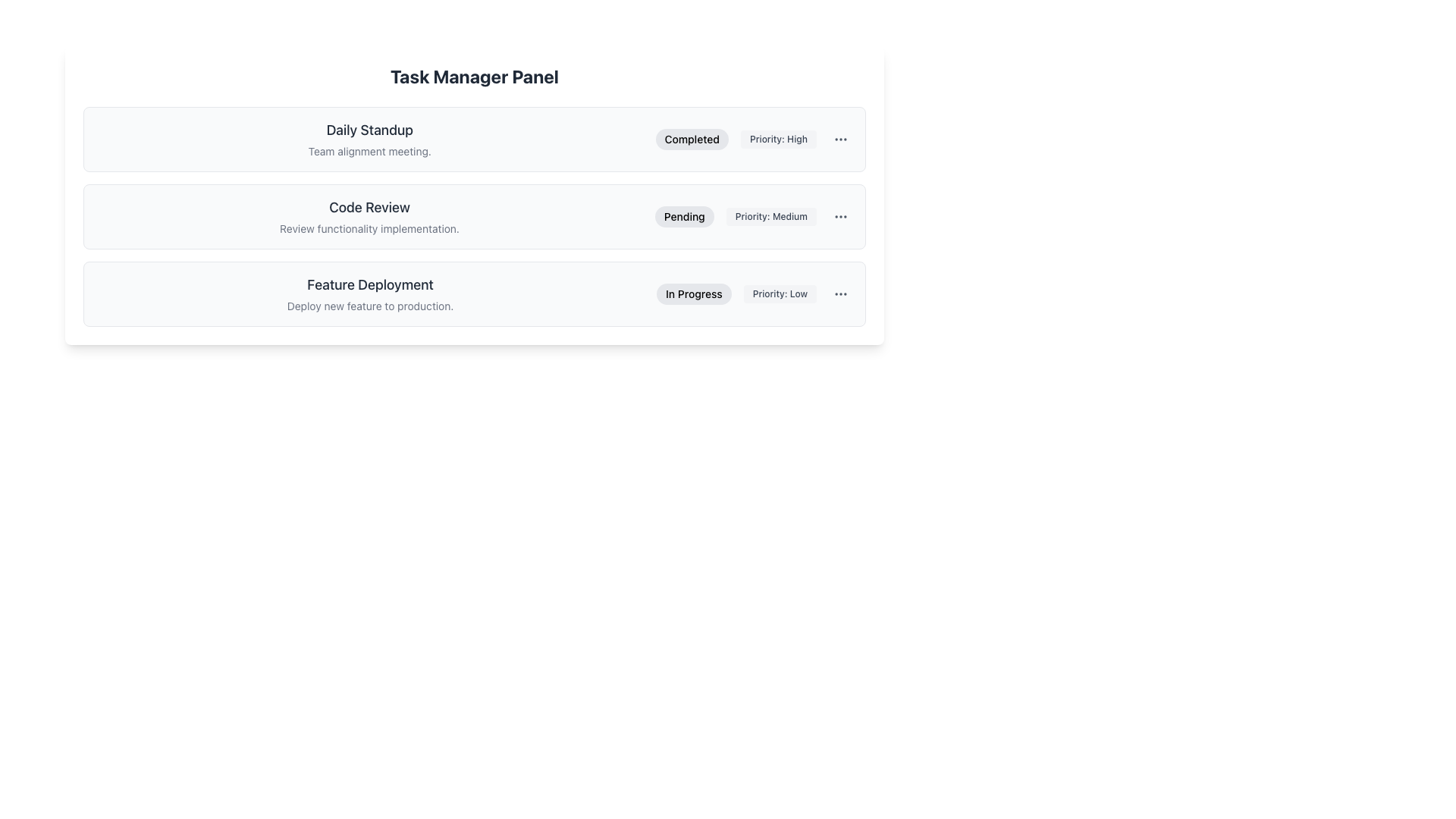 The image size is (1456, 819). I want to click on the third task list item in the task management dashboard, so click(473, 294).